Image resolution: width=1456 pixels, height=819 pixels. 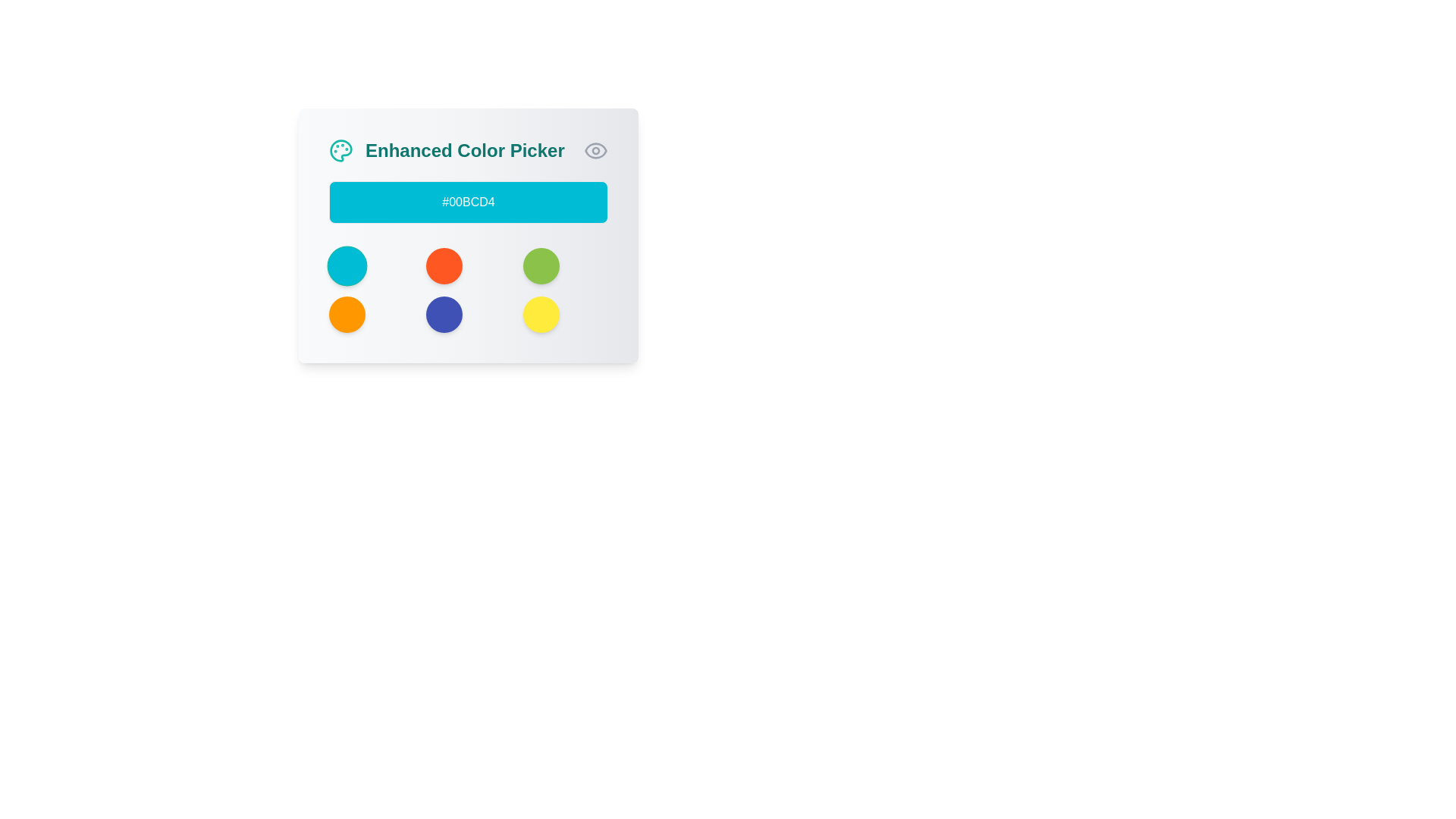 What do you see at coordinates (443, 265) in the screenshot?
I see `the bright orange circular Color selection button located in the second position of the top row in a 3x2 grid layout` at bounding box center [443, 265].